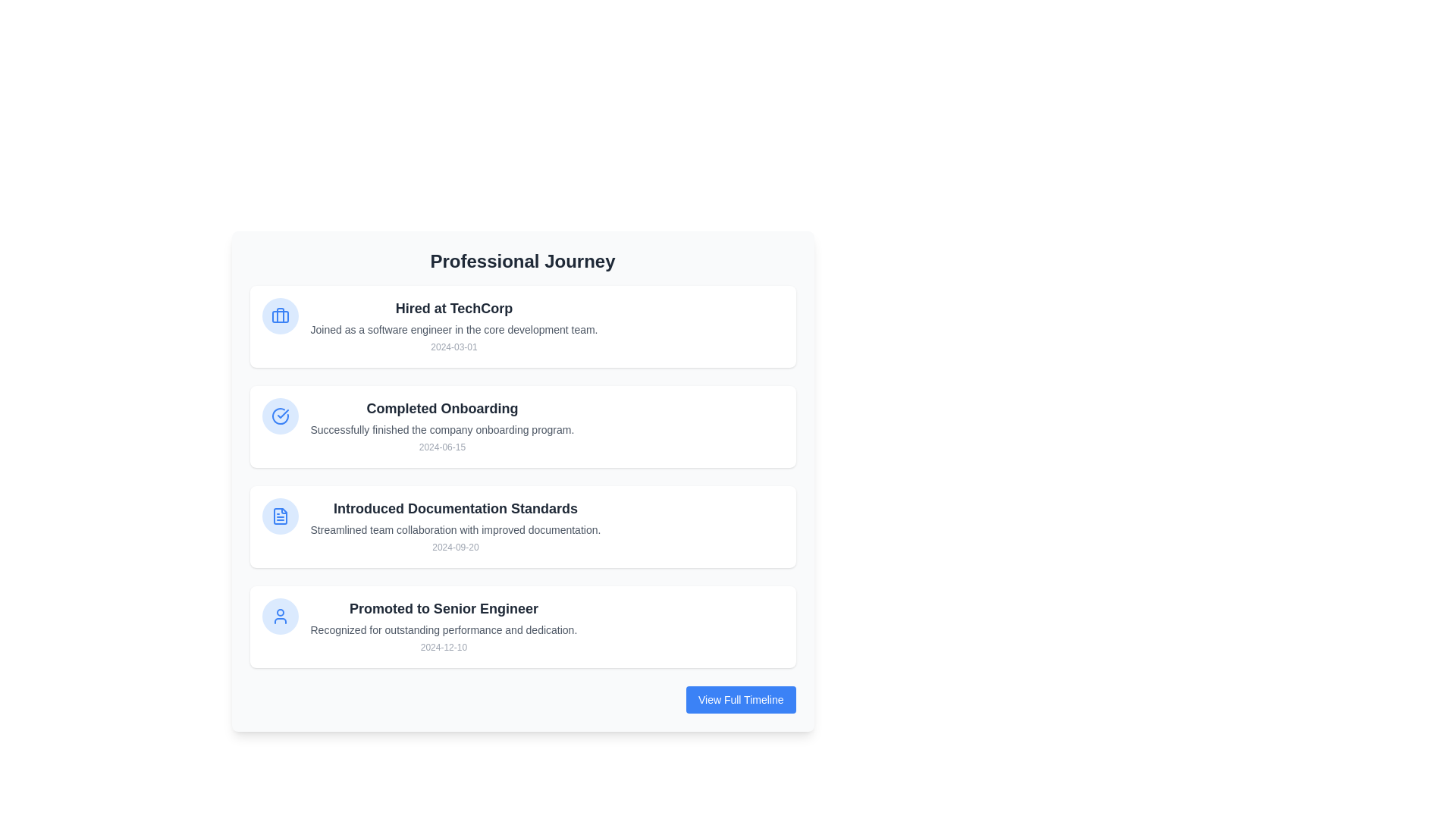  What do you see at coordinates (453, 326) in the screenshot?
I see `the Informational Text Block detailing the specific career event, which is the first entry in the vertical list of professional milestones located below the 'Professional Journey' heading` at bounding box center [453, 326].